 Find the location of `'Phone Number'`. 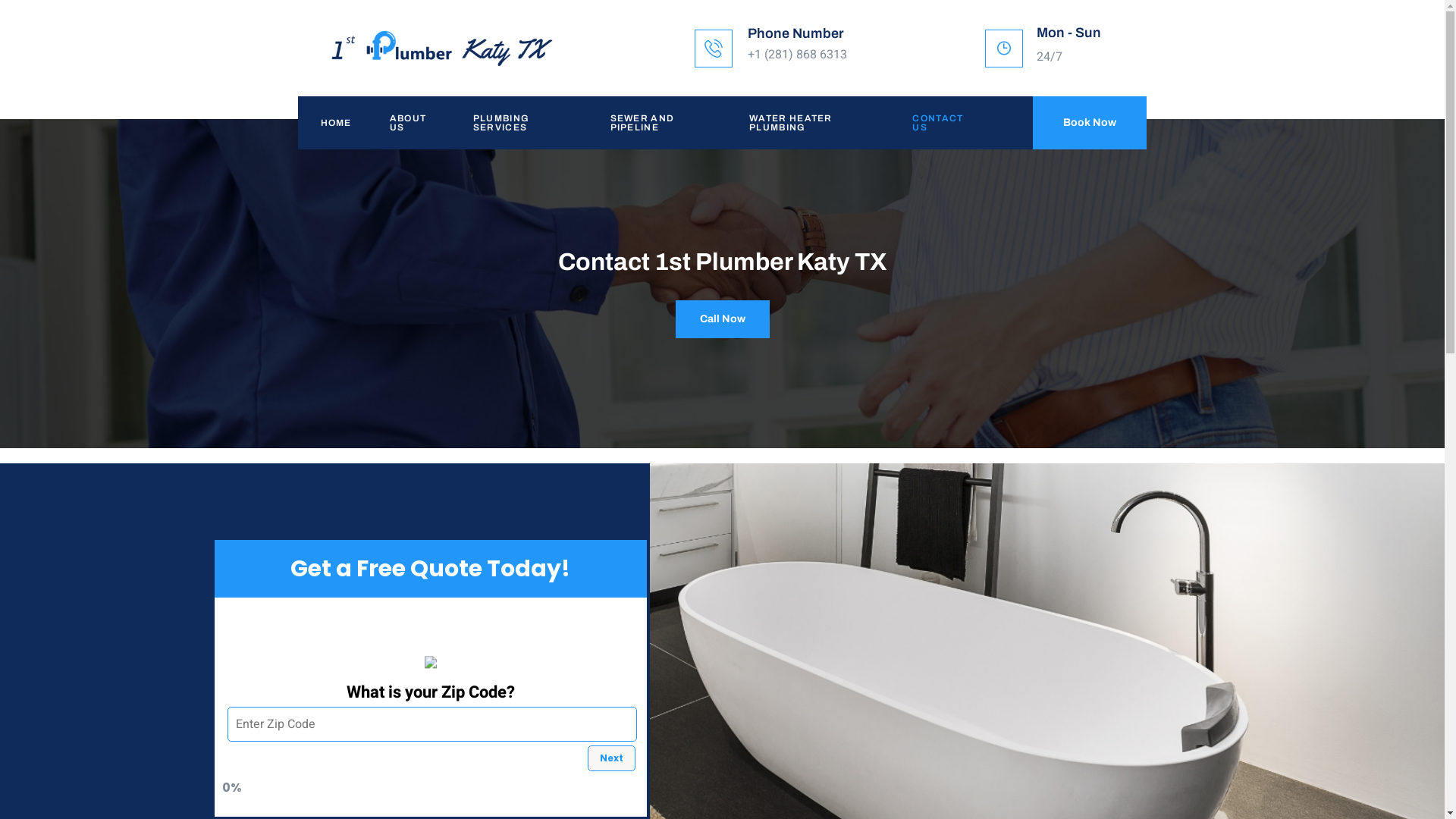

'Phone Number' is located at coordinates (795, 33).